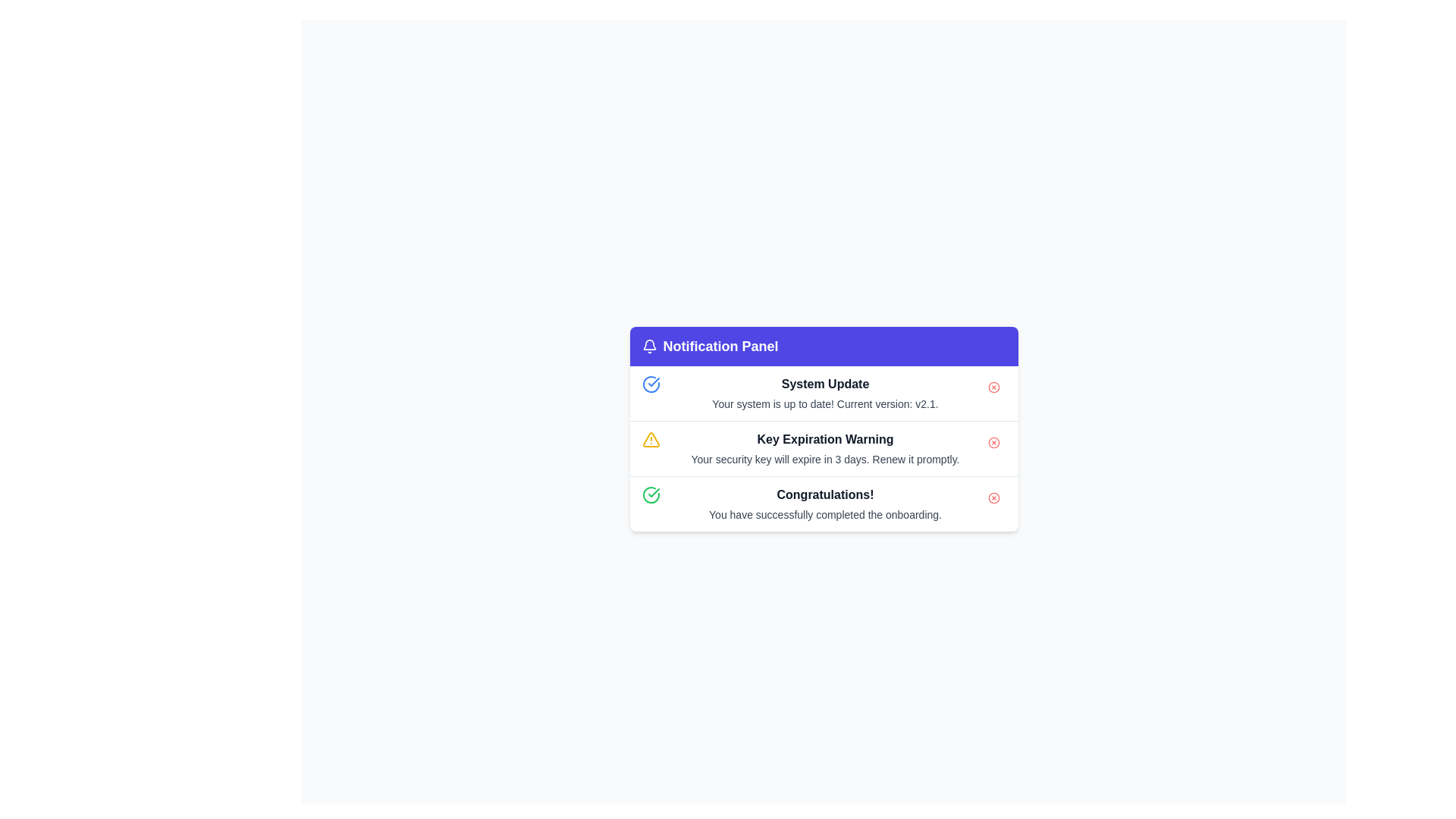  What do you see at coordinates (824, 494) in the screenshot?
I see `the 'Congratulations!' text label which is the main heading of the notification indicating successful completion of an onboarding process` at bounding box center [824, 494].